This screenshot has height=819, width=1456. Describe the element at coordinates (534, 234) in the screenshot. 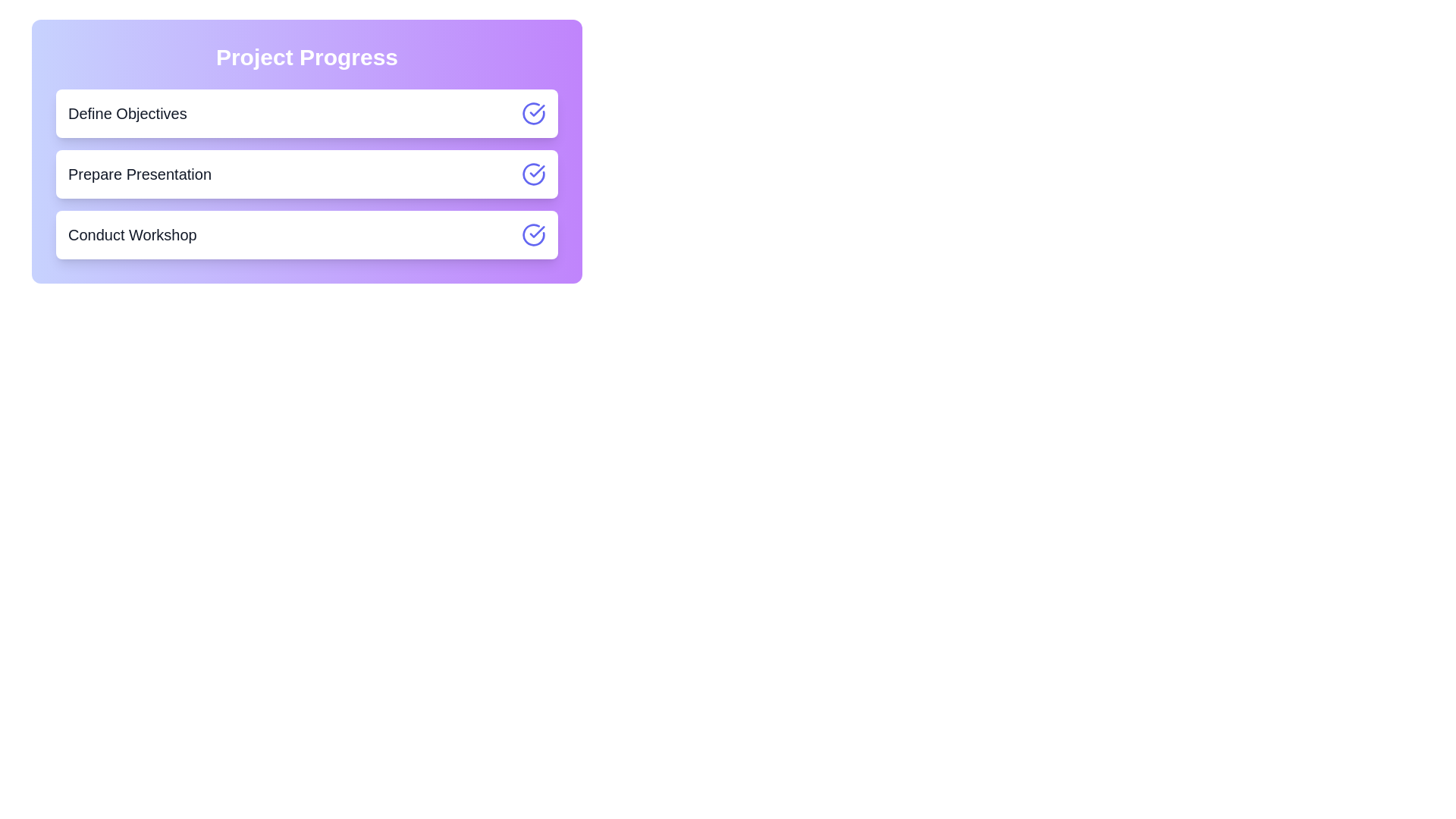

I see `the toggle button for the task 'Conduct Workshop'` at that location.